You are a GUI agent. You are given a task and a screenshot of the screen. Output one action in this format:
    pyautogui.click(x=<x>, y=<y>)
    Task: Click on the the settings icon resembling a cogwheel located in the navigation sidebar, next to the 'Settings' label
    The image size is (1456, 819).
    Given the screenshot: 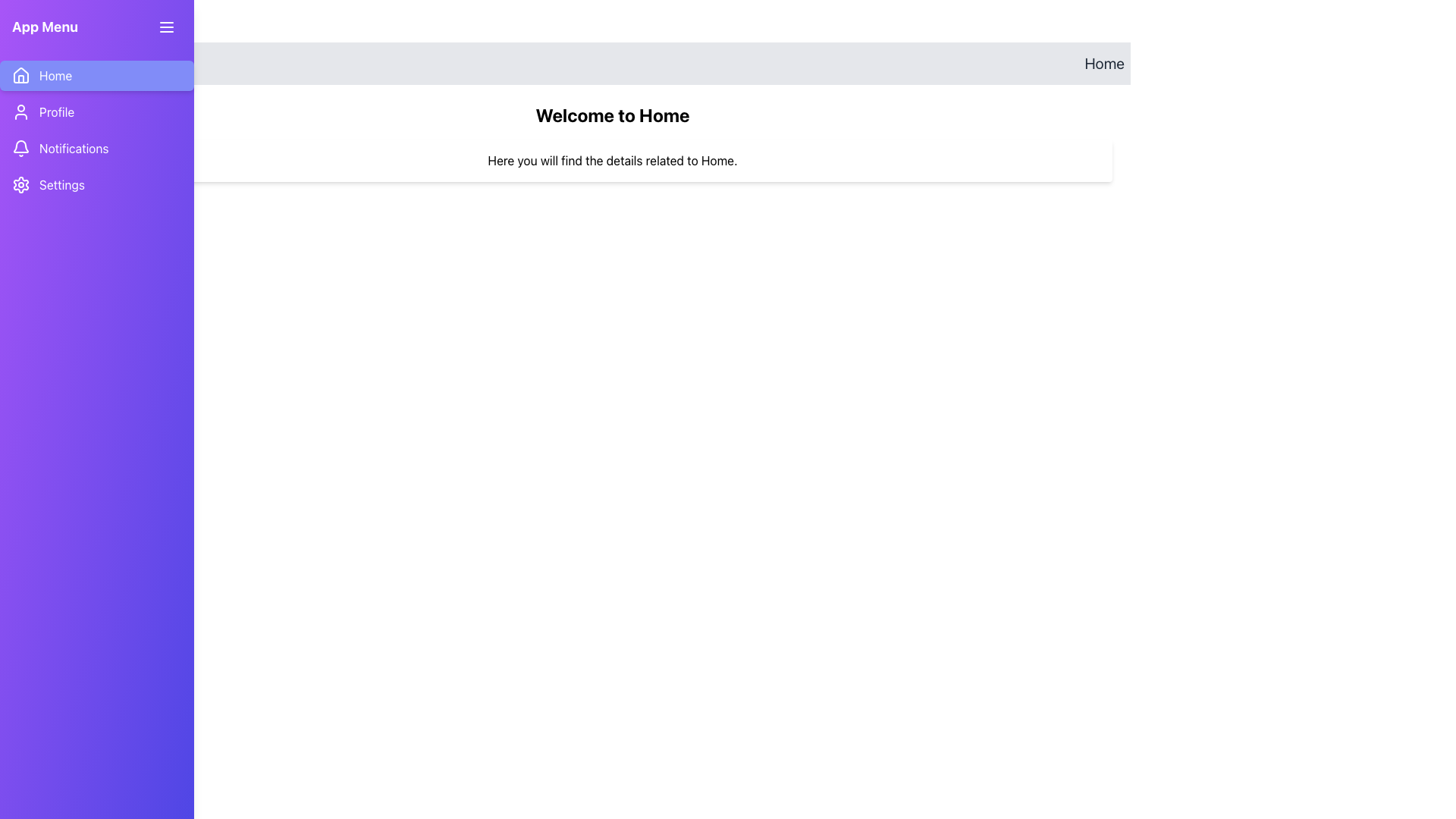 What is the action you would take?
    pyautogui.click(x=21, y=184)
    